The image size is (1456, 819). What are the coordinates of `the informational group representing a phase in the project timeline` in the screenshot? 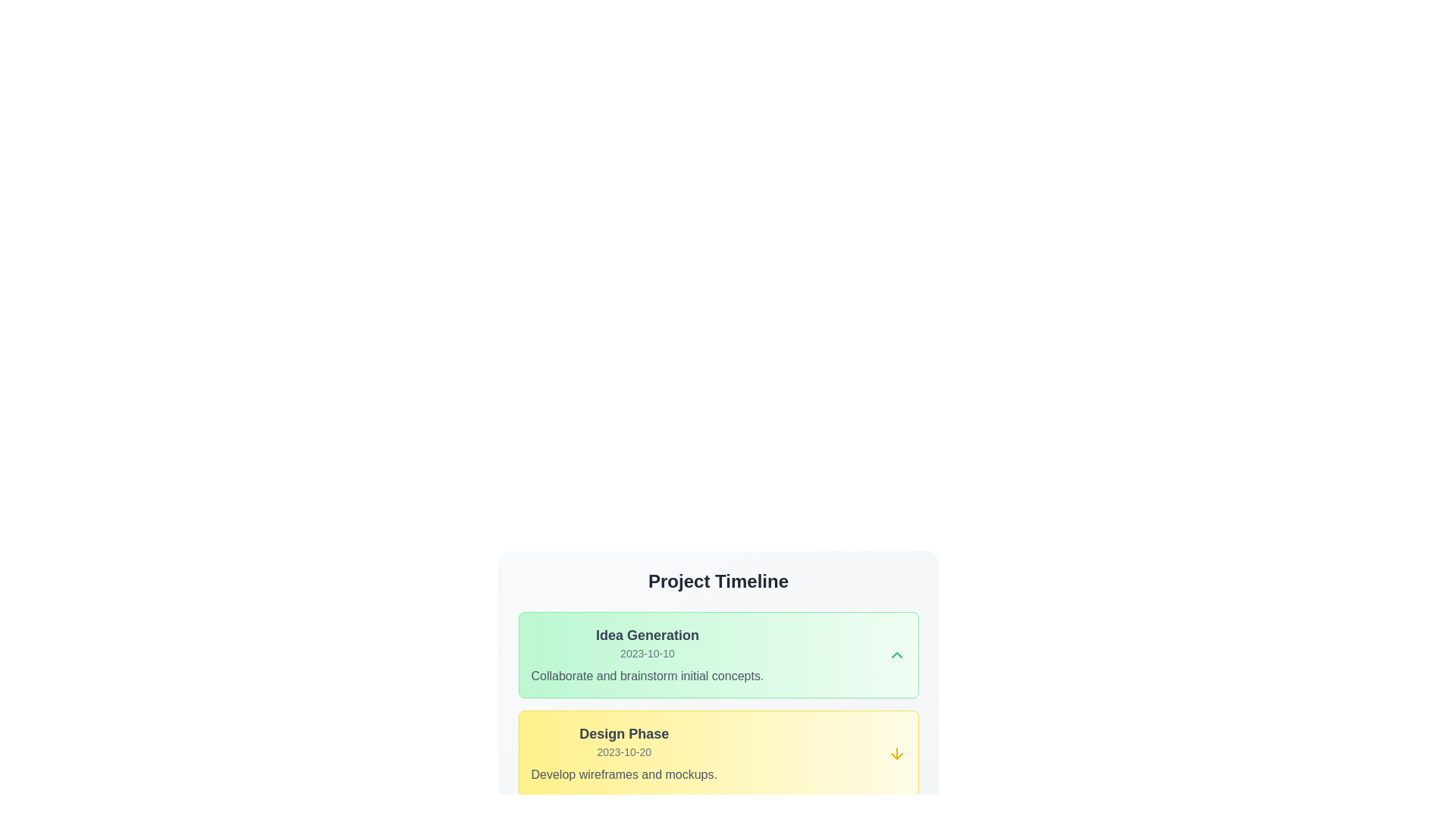 It's located at (624, 754).